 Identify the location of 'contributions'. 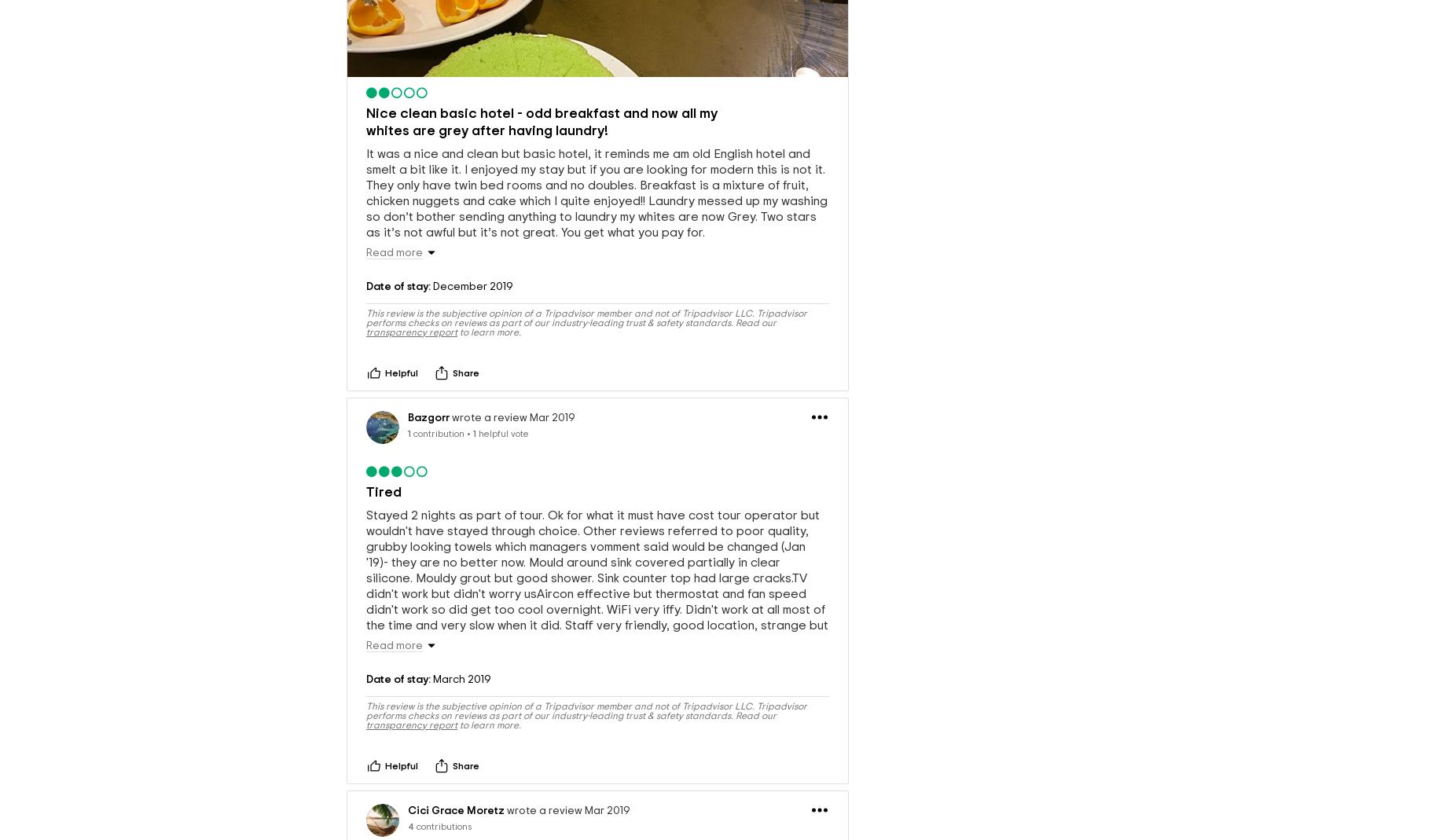
(443, 826).